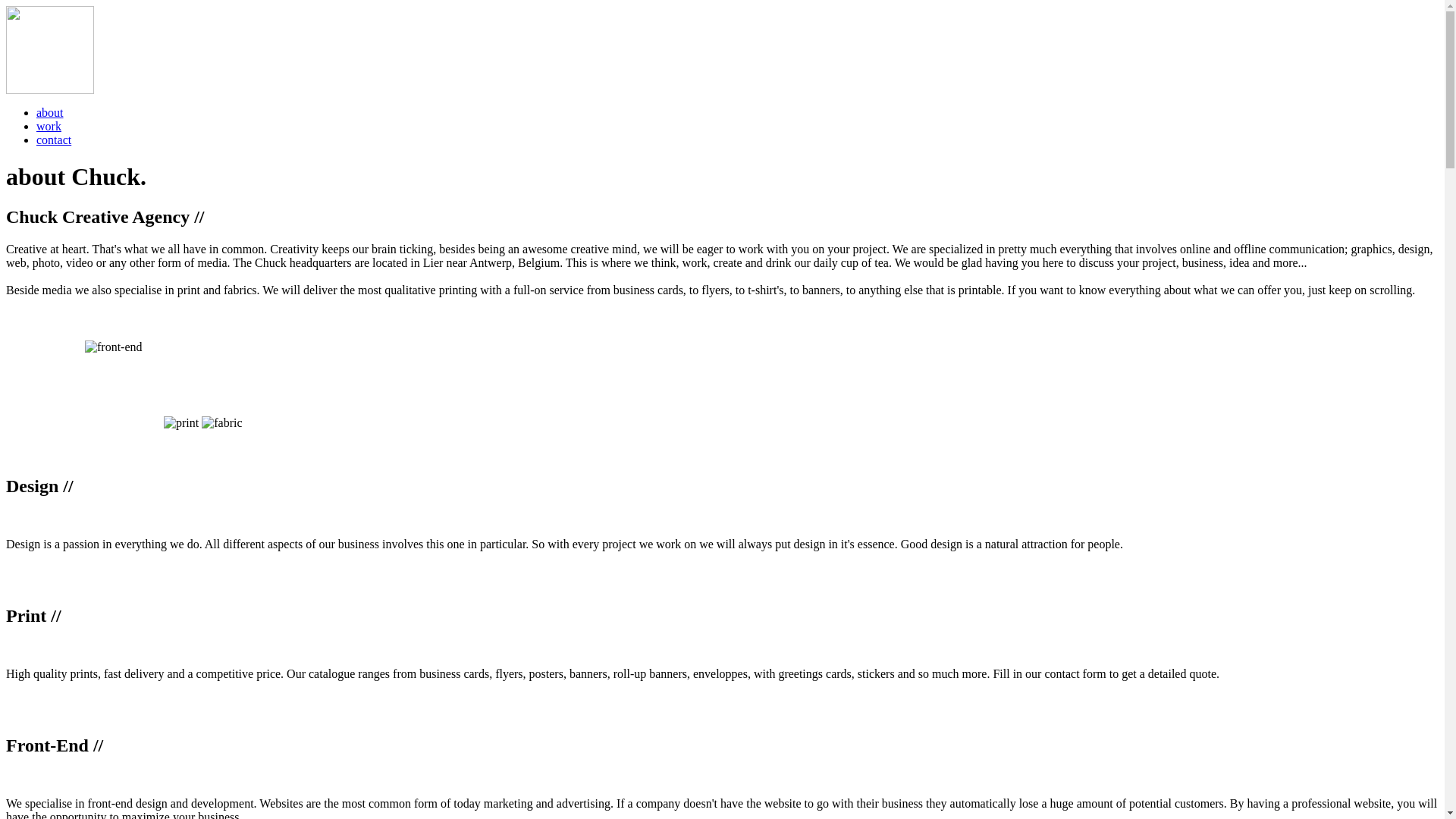  Describe the element at coordinates (49, 125) in the screenshot. I see `'work'` at that location.